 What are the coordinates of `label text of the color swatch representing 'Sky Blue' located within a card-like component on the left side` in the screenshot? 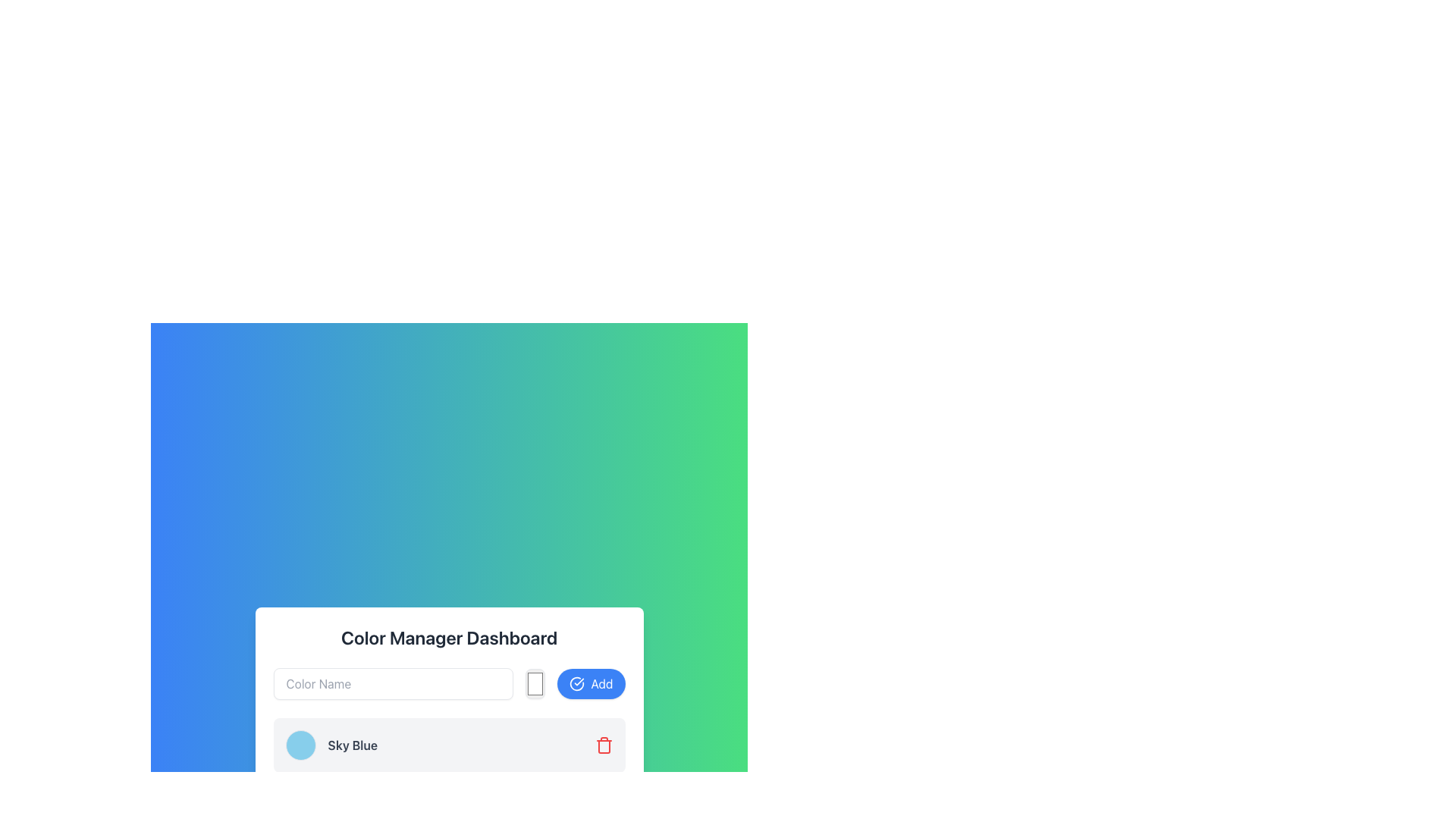 It's located at (331, 745).